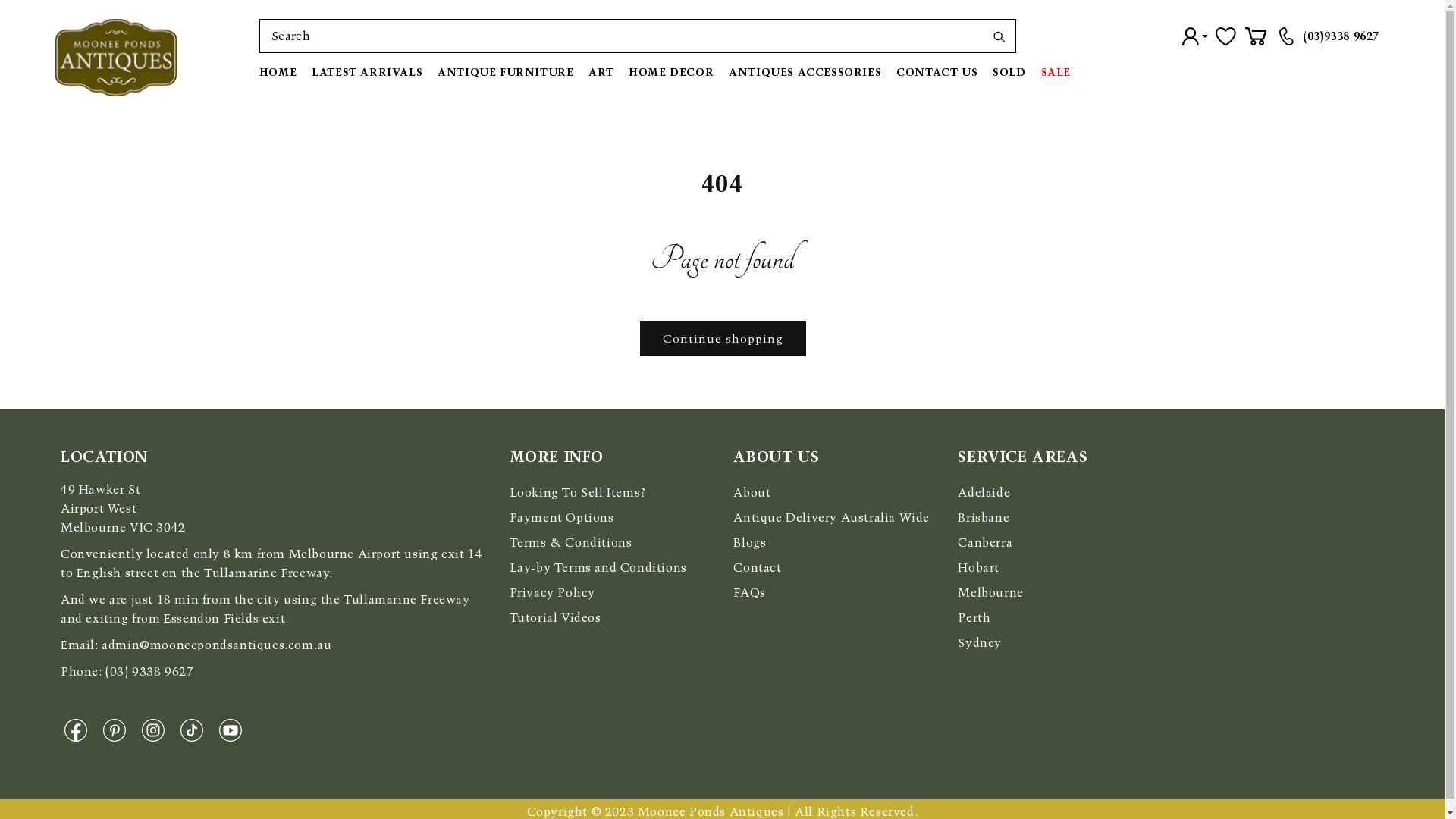 This screenshot has height=819, width=1456. What do you see at coordinates (123, 508) in the screenshot?
I see `'49 Hawker St` at bounding box center [123, 508].